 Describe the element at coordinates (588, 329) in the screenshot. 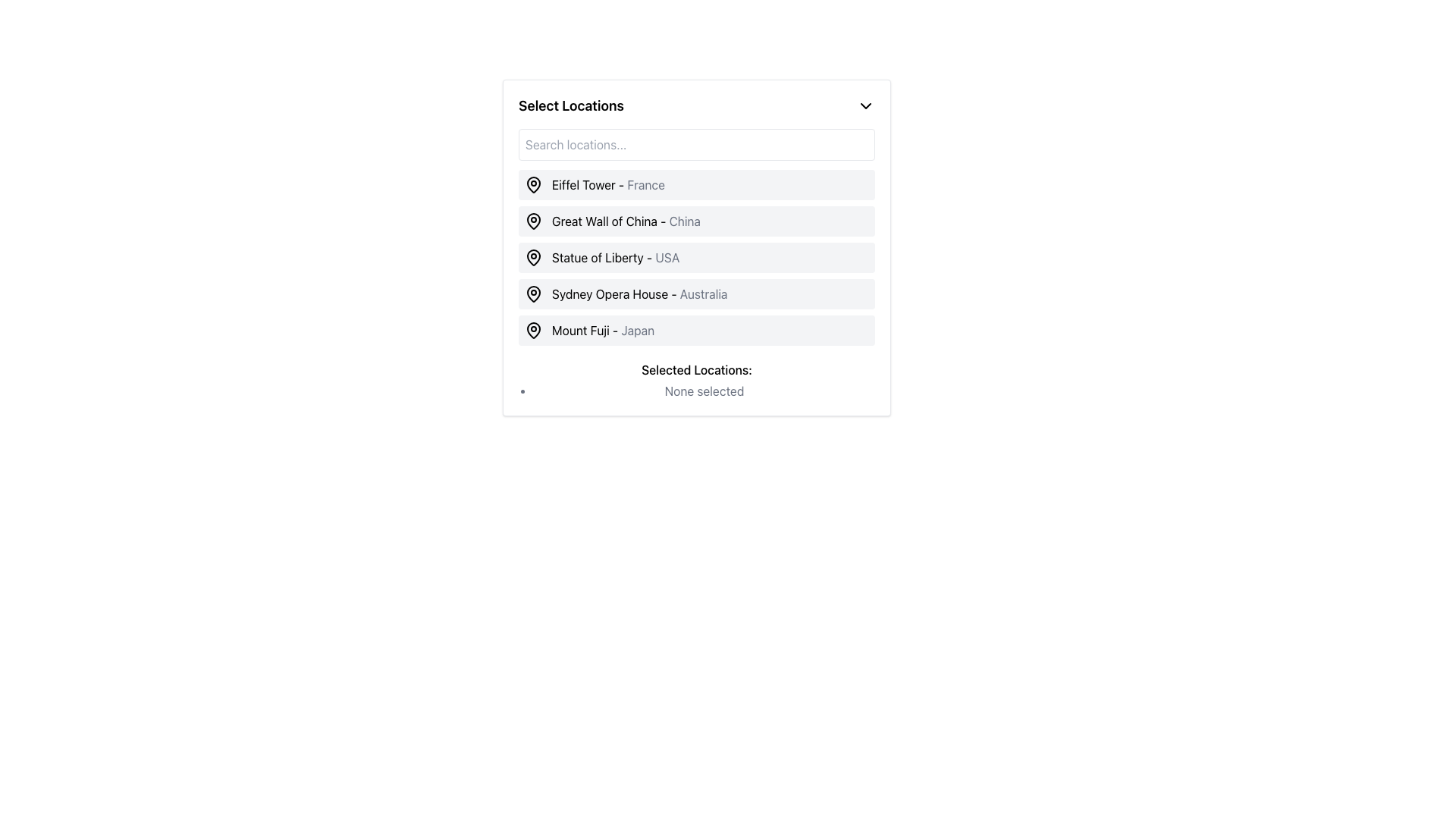

I see `the fifth list item representing the location 'Mount Fuji - Japan'` at that location.